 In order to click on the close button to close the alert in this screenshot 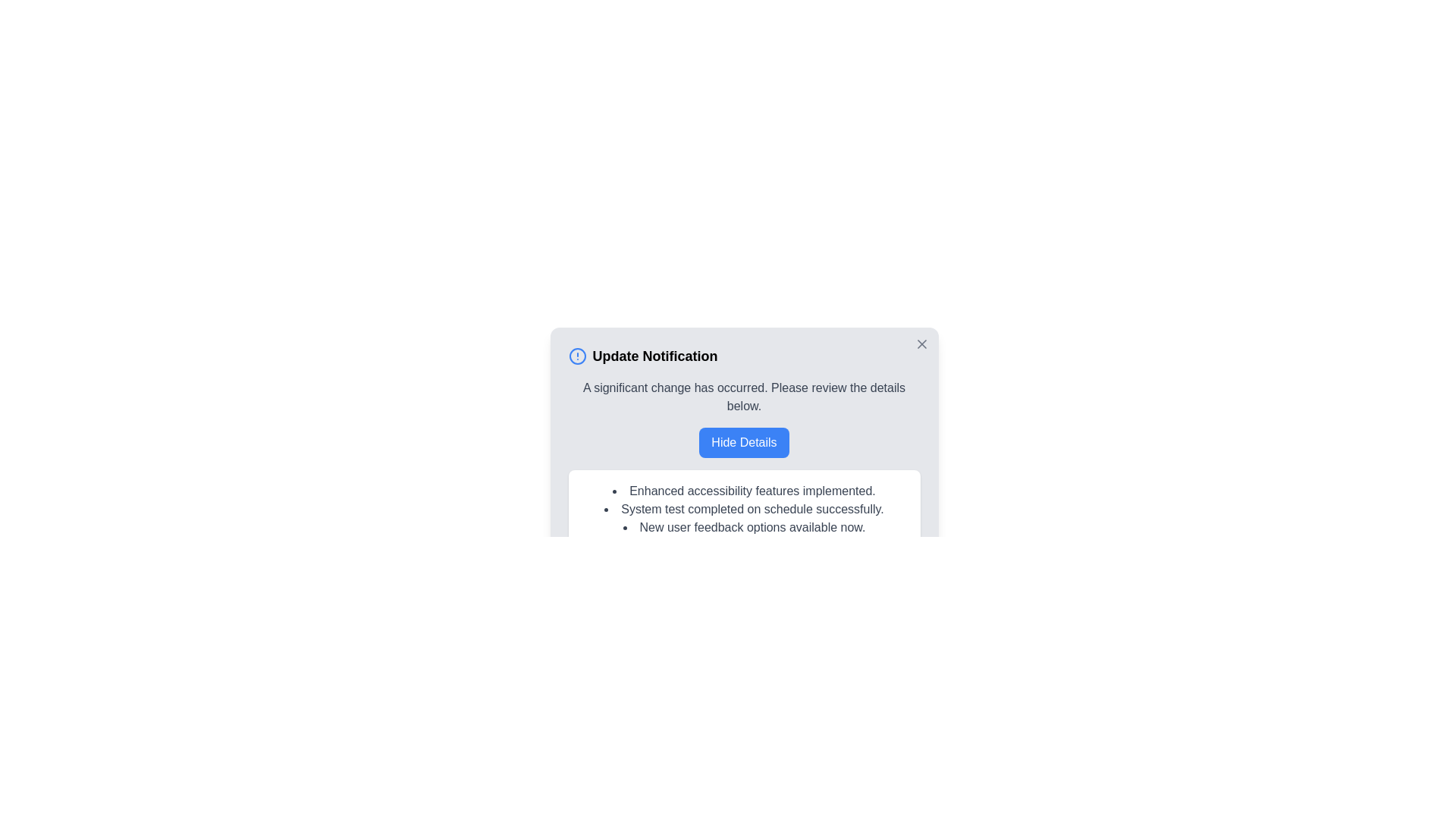, I will do `click(921, 344)`.